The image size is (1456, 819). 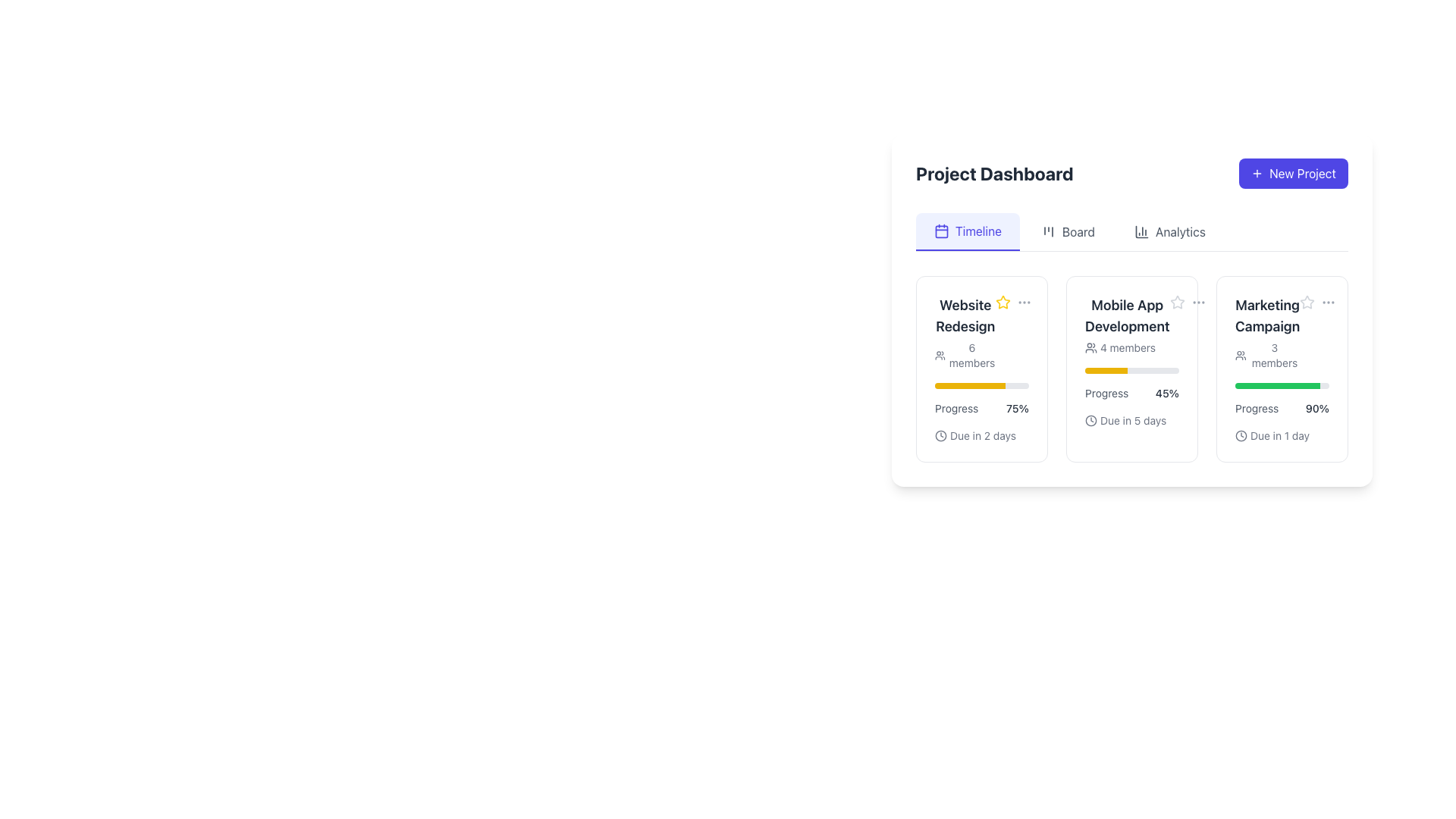 What do you see at coordinates (982, 385) in the screenshot?
I see `the progress bar representing 75% completion of the 'Website Redesign' process, located within the first card section` at bounding box center [982, 385].